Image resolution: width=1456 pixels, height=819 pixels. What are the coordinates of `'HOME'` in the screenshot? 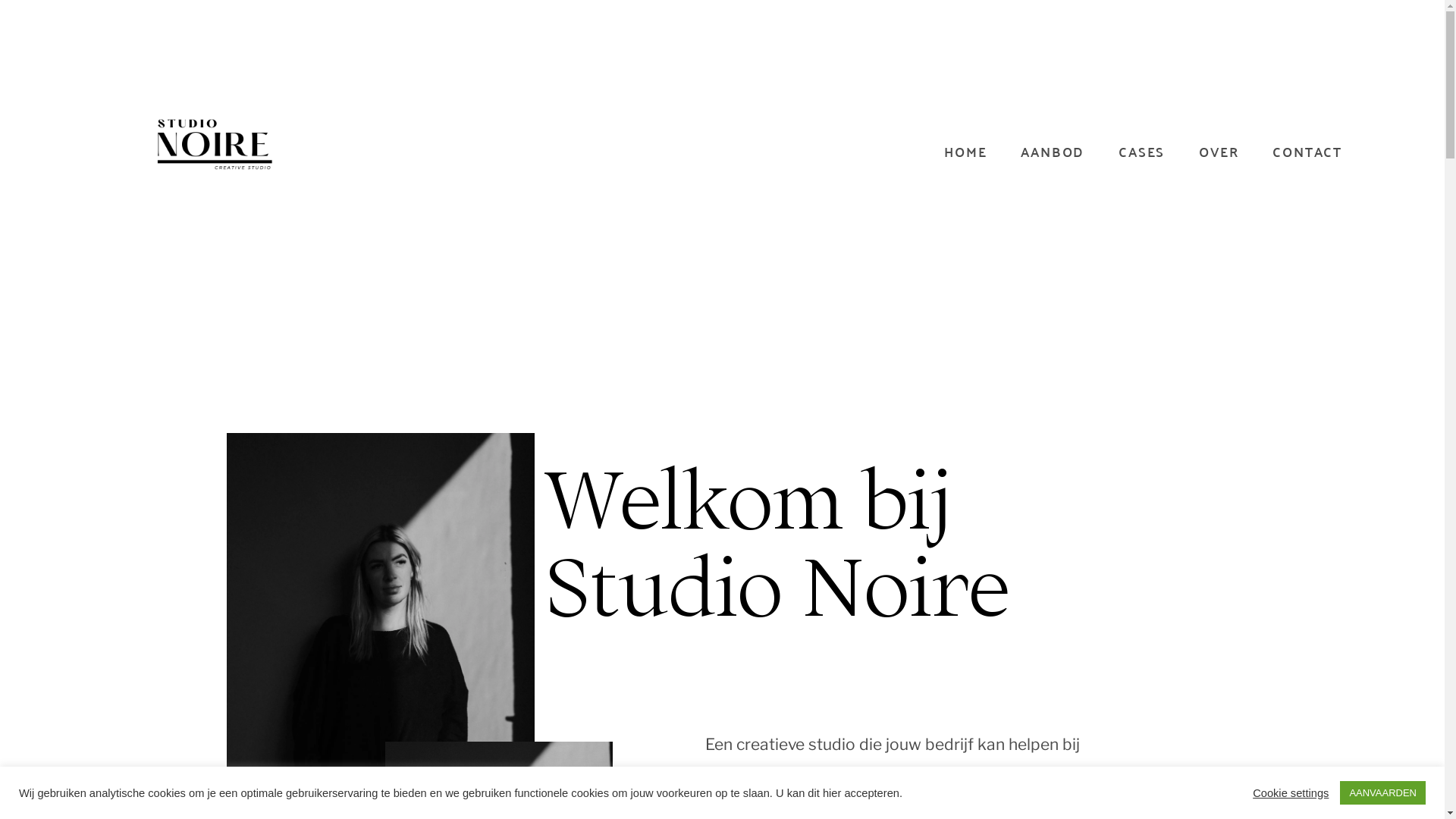 It's located at (943, 152).